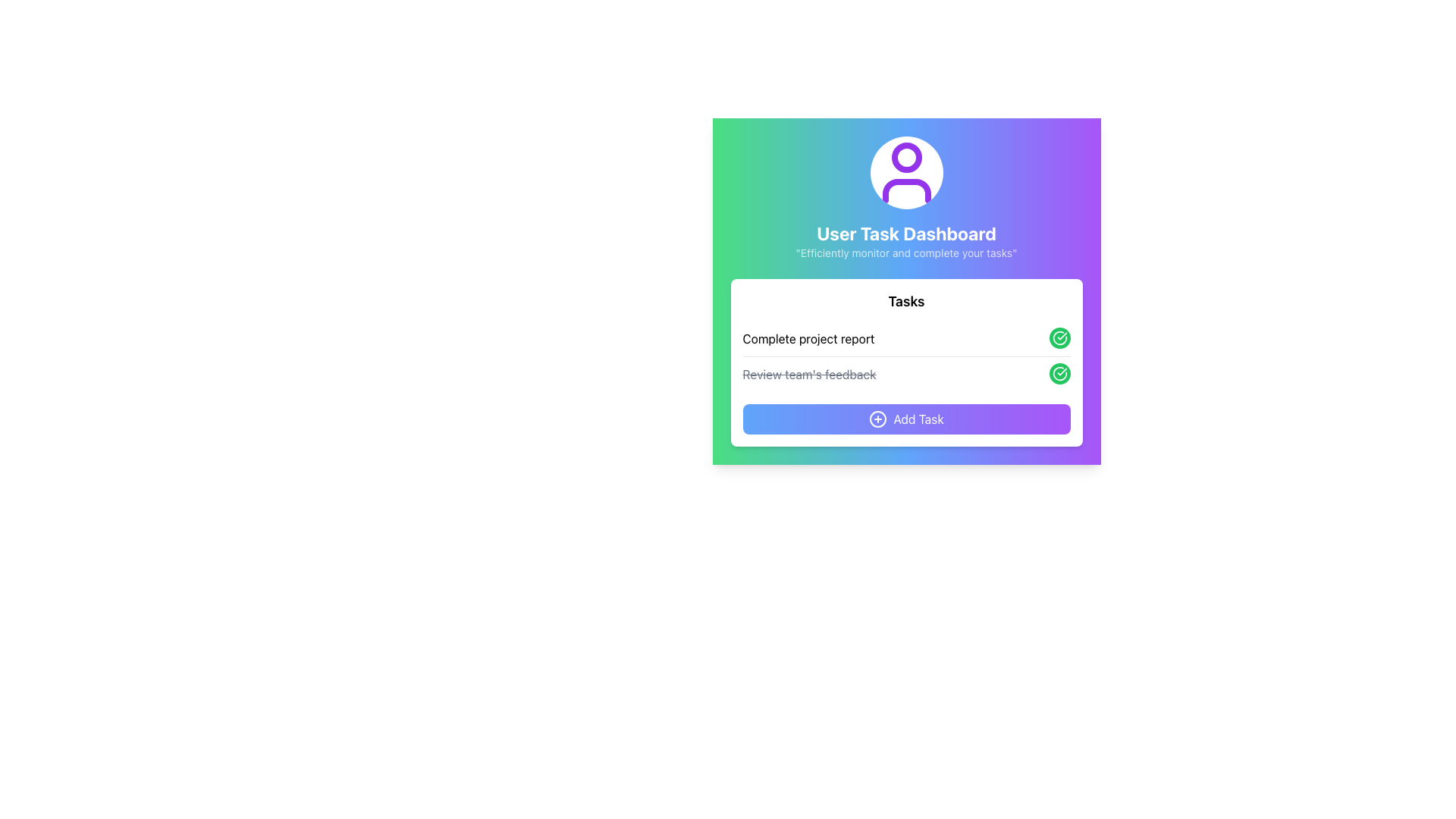  I want to click on the bright green circular button with a white checkmark located under the 'Tasks' section, to the right of 'Complete project report', so click(1059, 337).